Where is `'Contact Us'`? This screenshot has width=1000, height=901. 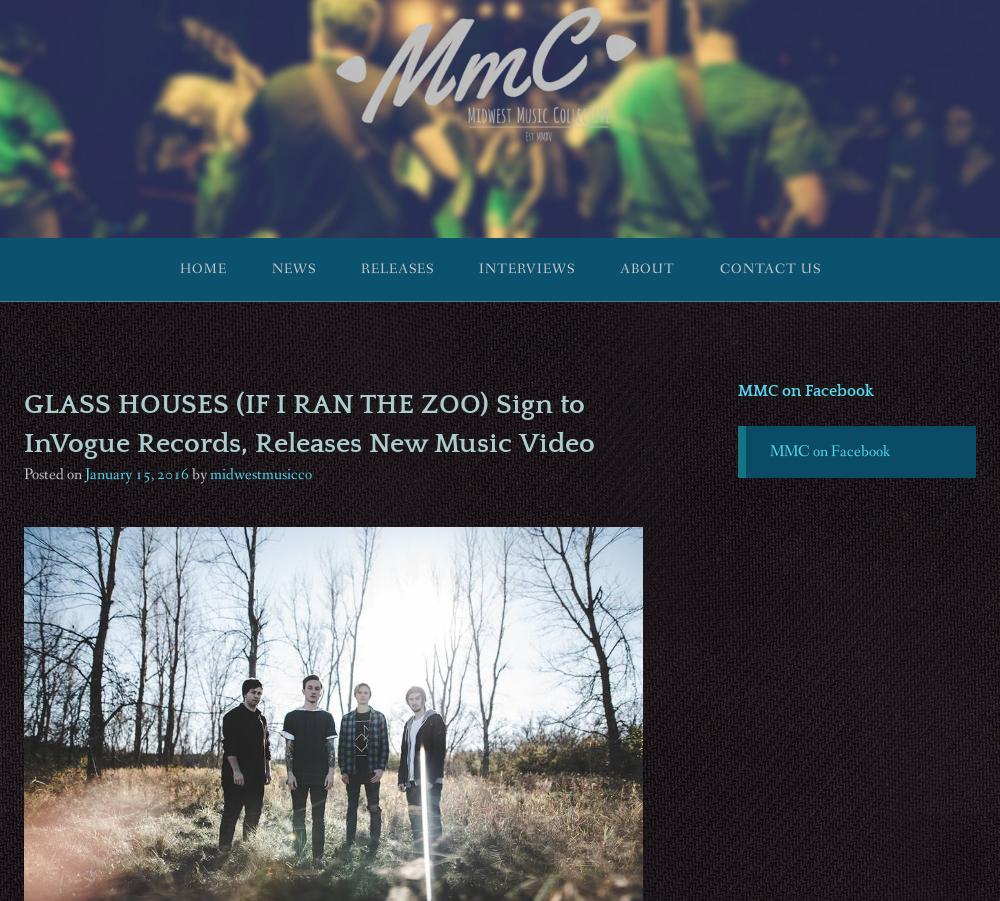
'Contact Us' is located at coordinates (769, 268).